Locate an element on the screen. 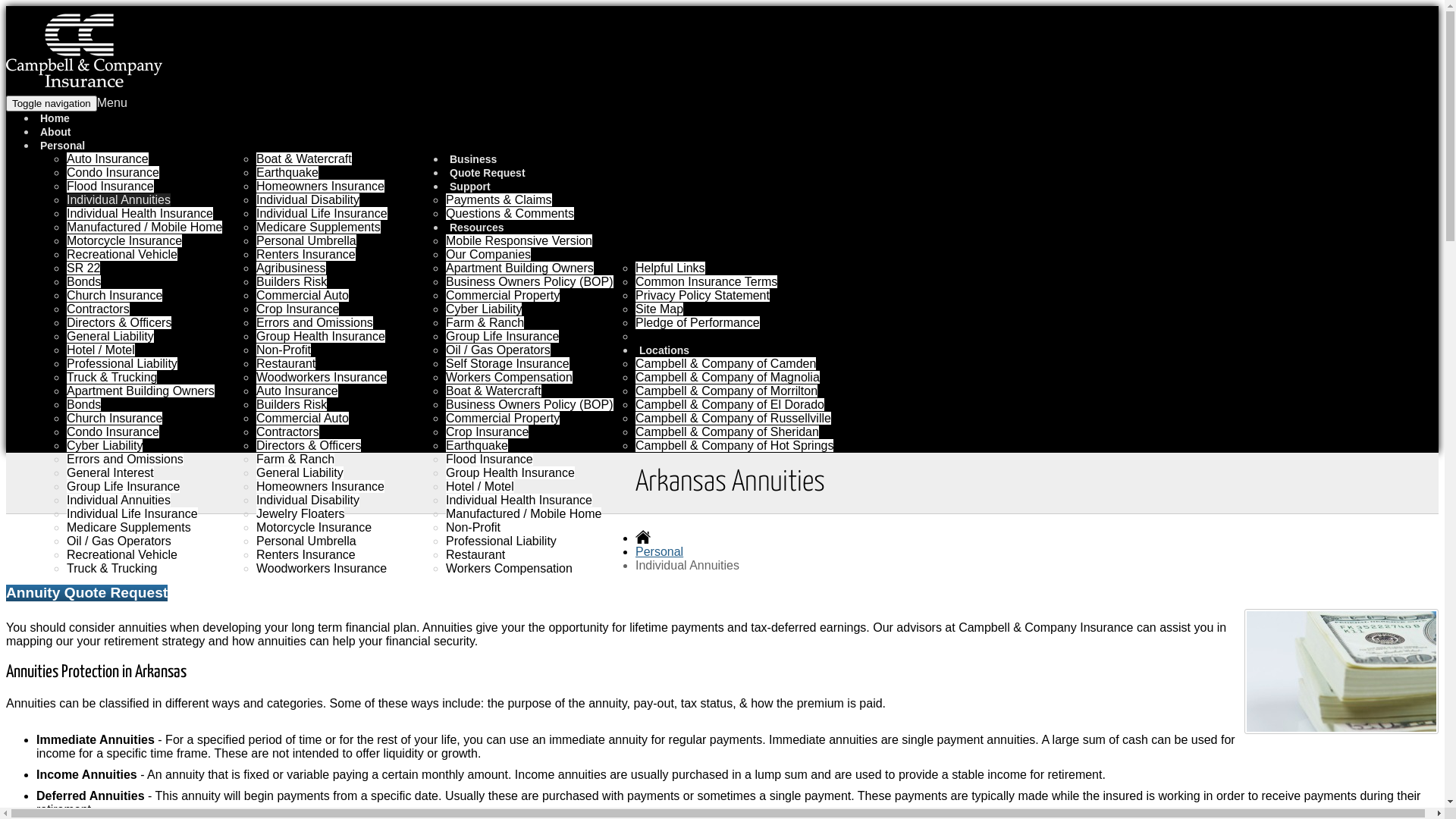 The image size is (1456, 819). 'Pledge of Performance' is located at coordinates (697, 322).